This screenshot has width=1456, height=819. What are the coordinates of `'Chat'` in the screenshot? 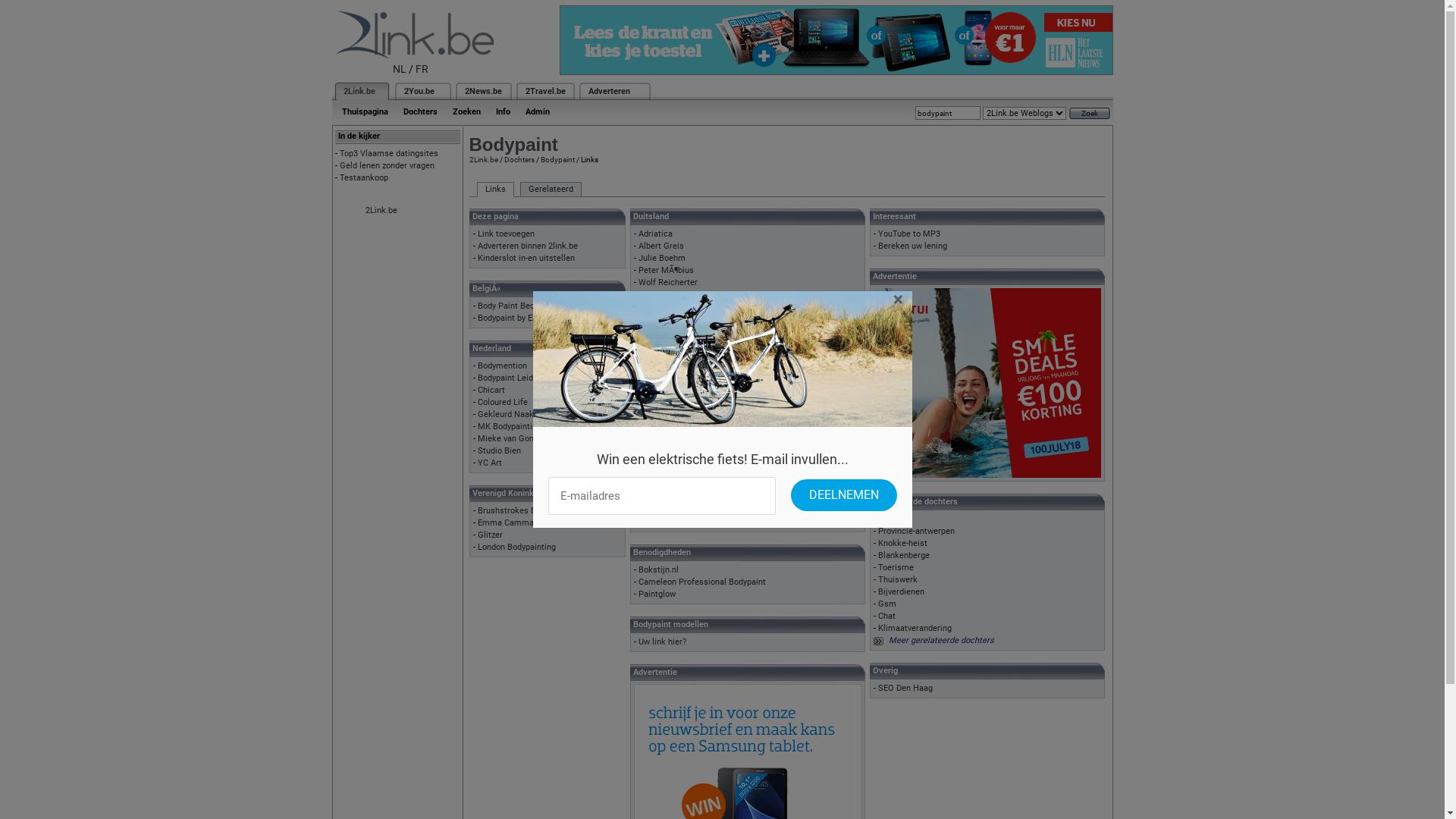 It's located at (886, 616).